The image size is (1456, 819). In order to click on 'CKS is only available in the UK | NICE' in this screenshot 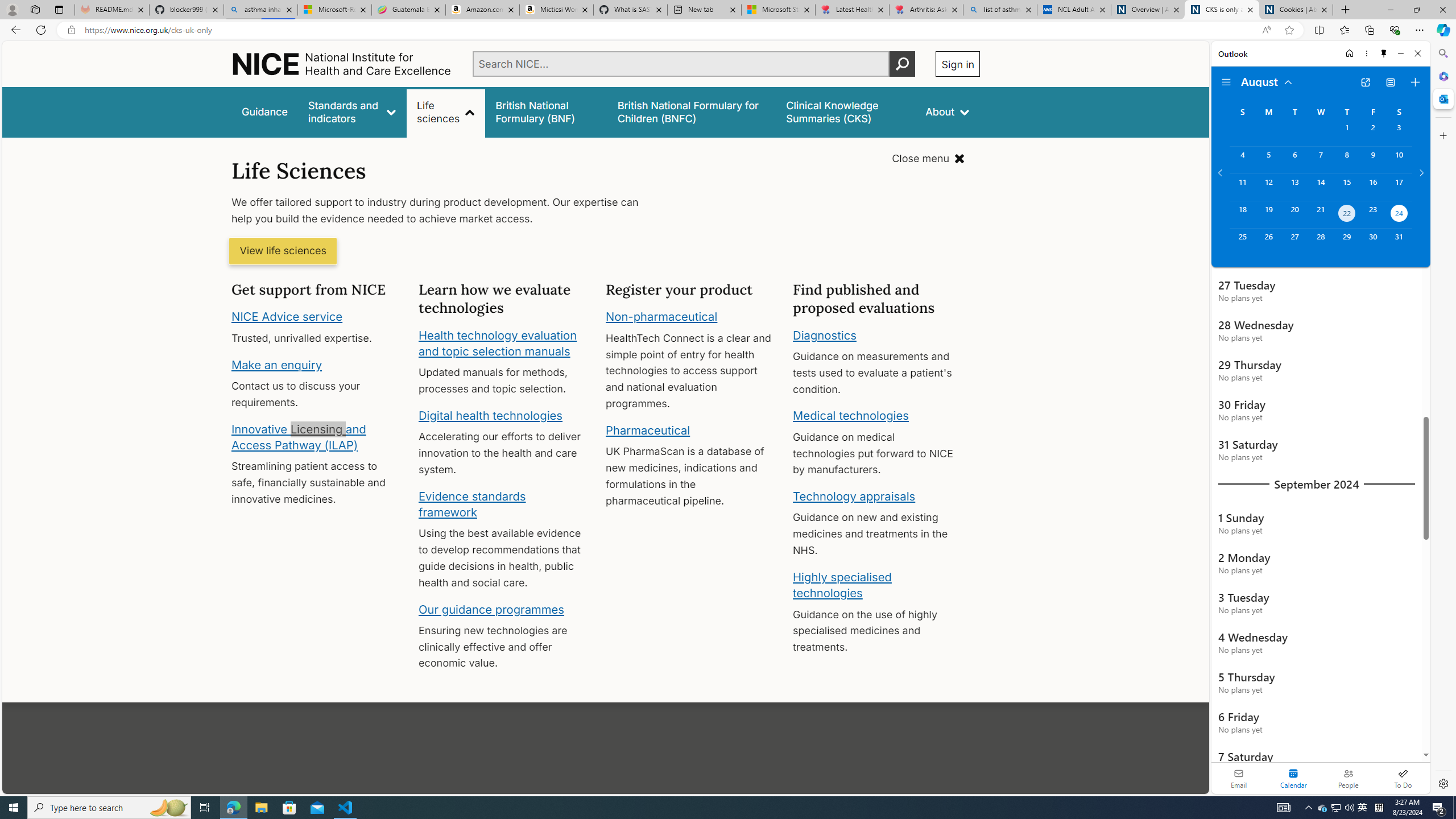, I will do `click(1222, 9)`.